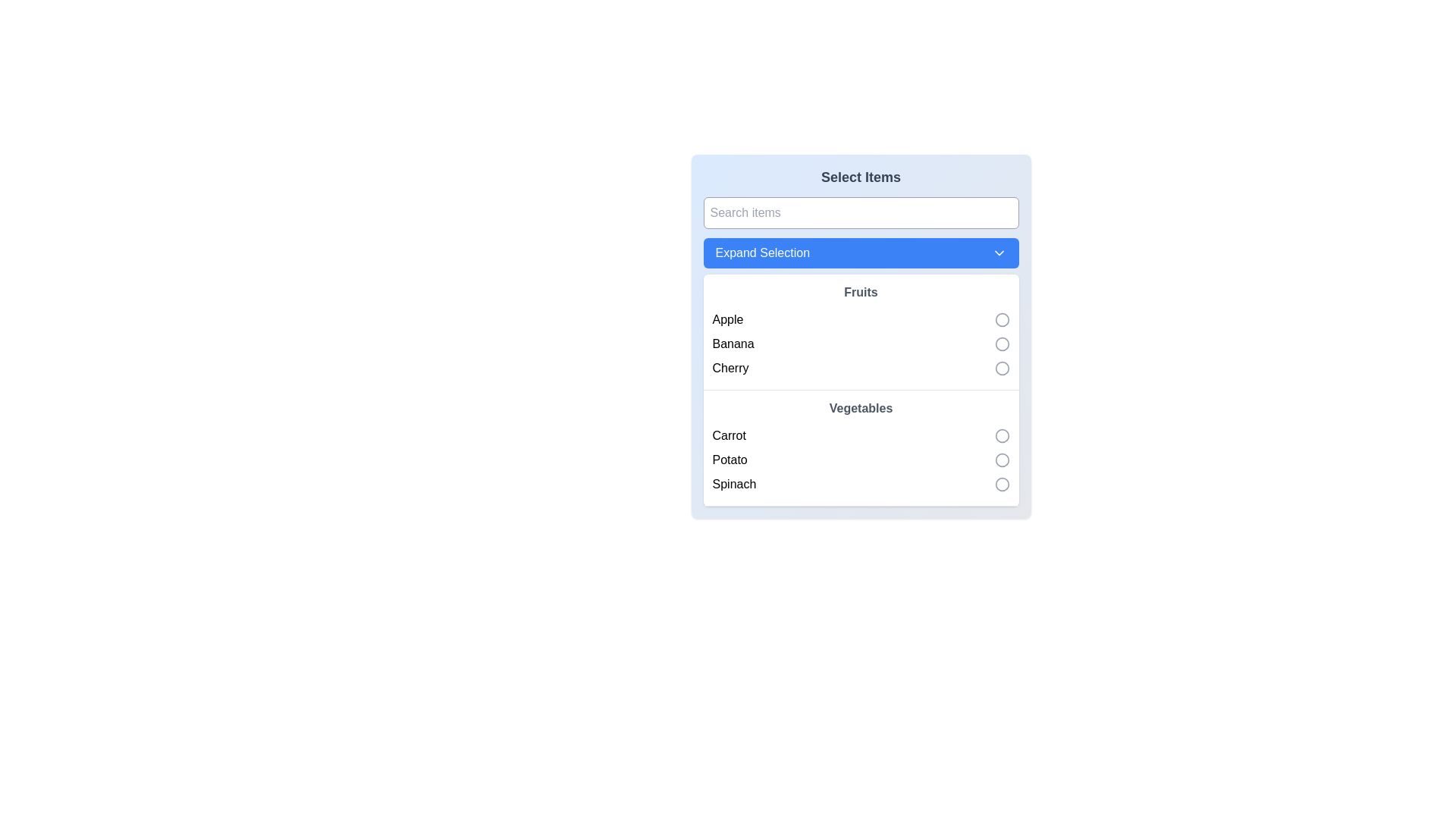 This screenshot has width=1456, height=819. Describe the element at coordinates (861, 292) in the screenshot. I see `the Text label that serves as a category label for the items 'Apple', 'Banana', and 'Cherry', which is located horizontally centered near the top of the list, directly below the 'Expand Selection' dropdown button` at that location.